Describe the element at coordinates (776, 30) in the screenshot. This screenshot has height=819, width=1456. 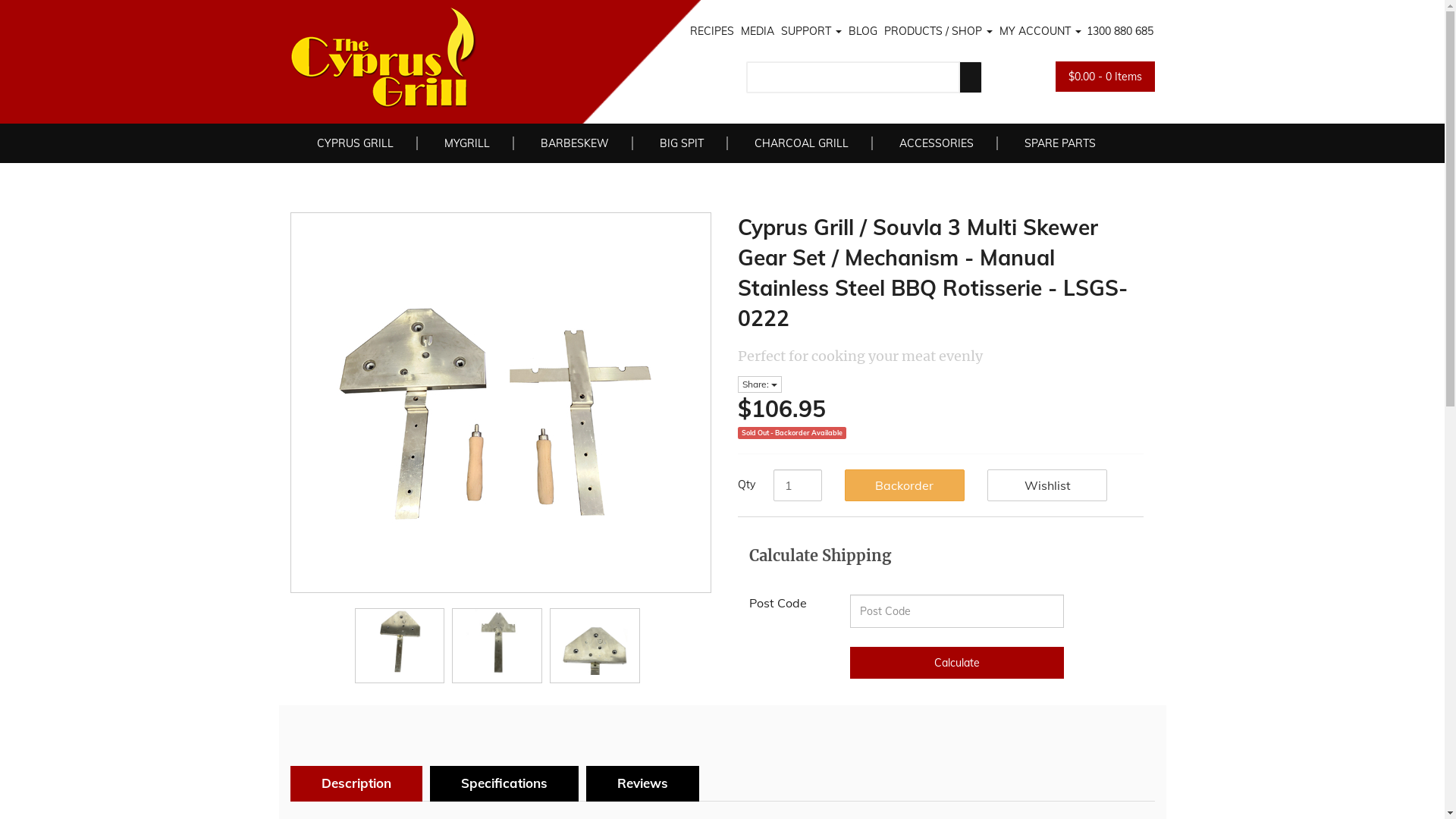
I see `'SUPPORT'` at that location.